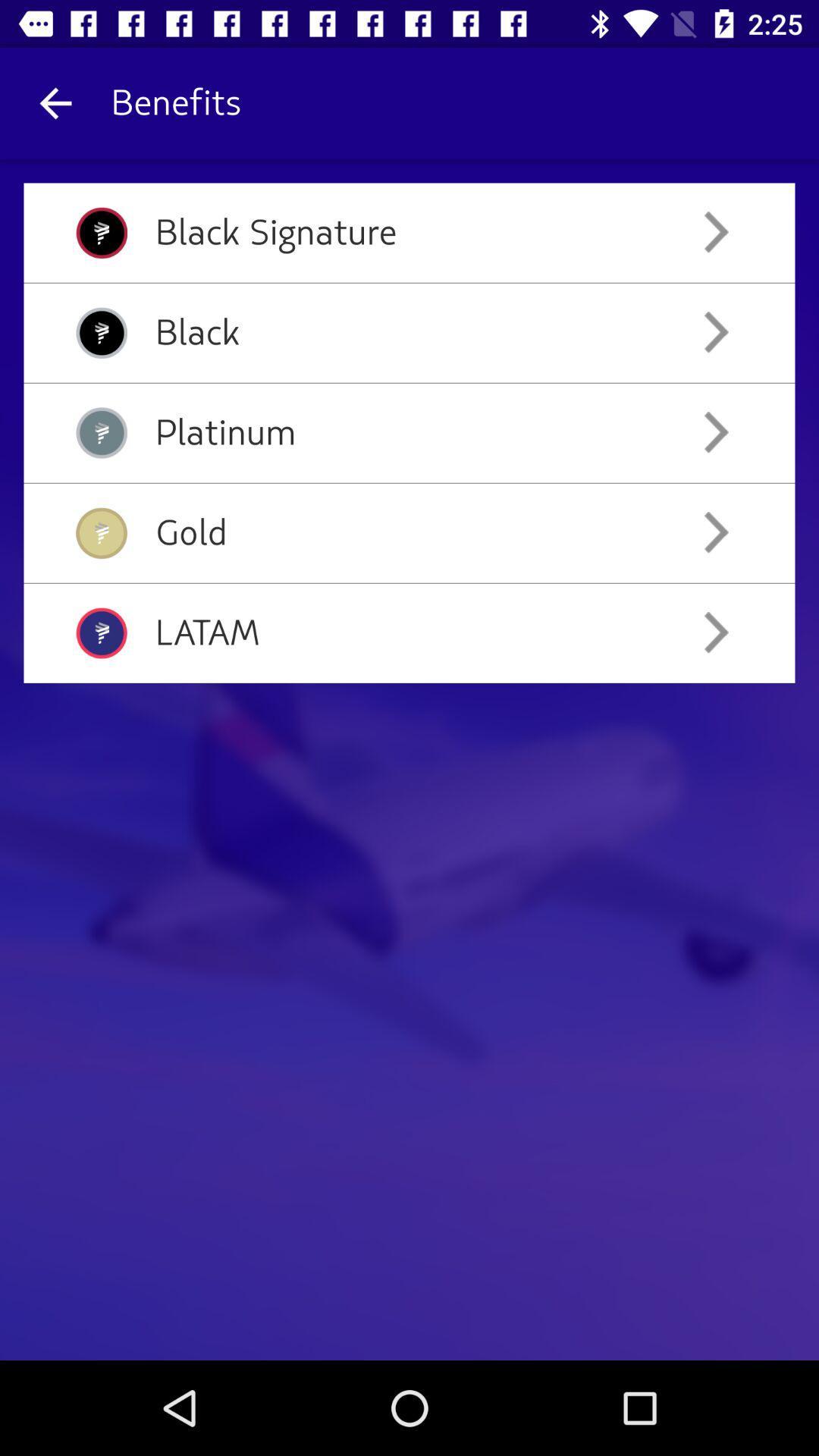 This screenshot has height=1456, width=819. Describe the element at coordinates (55, 102) in the screenshot. I see `the icon next to benefits item` at that location.